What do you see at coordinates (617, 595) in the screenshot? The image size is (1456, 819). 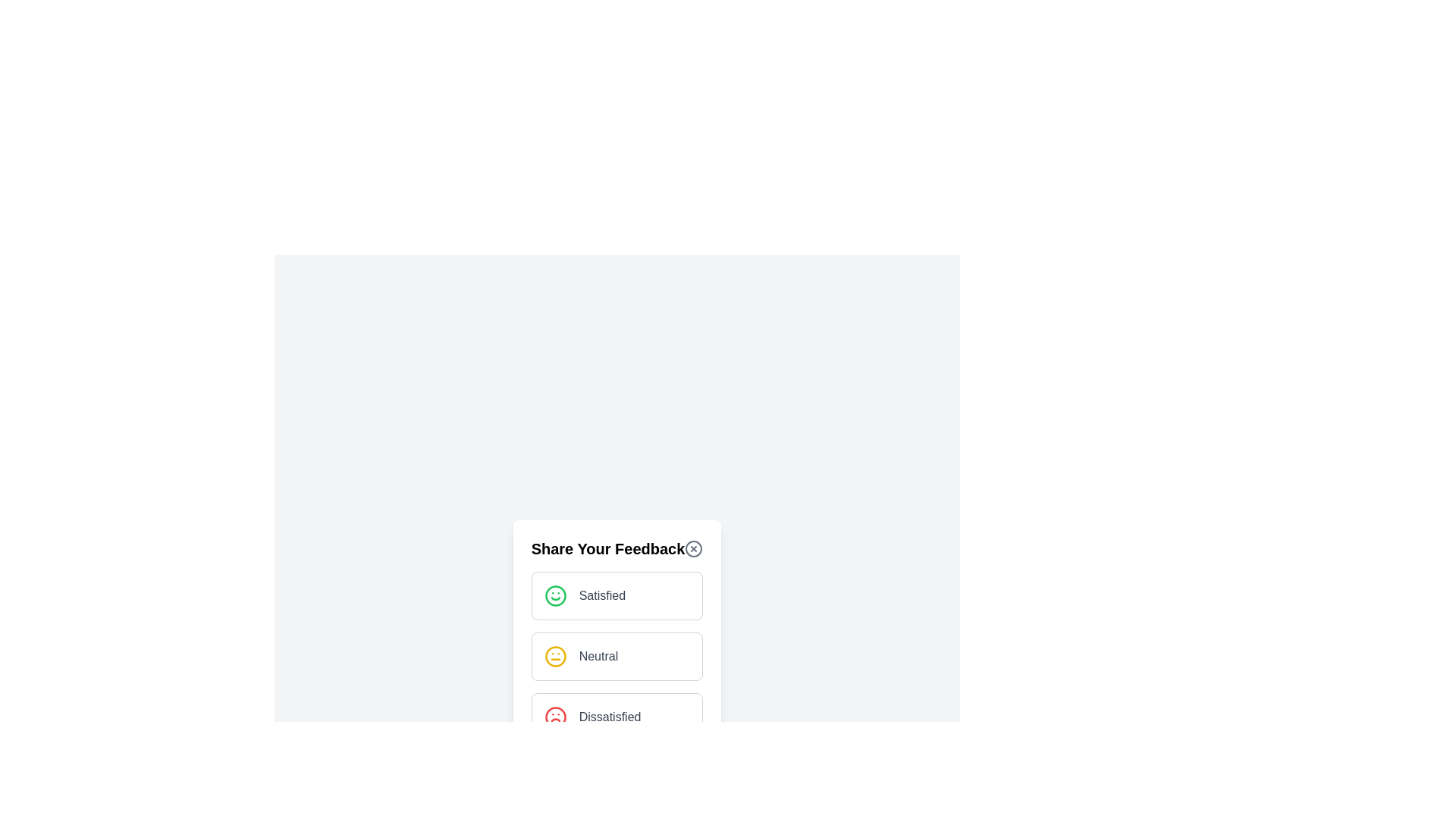 I see `the feedback option Satisfied to select it` at bounding box center [617, 595].